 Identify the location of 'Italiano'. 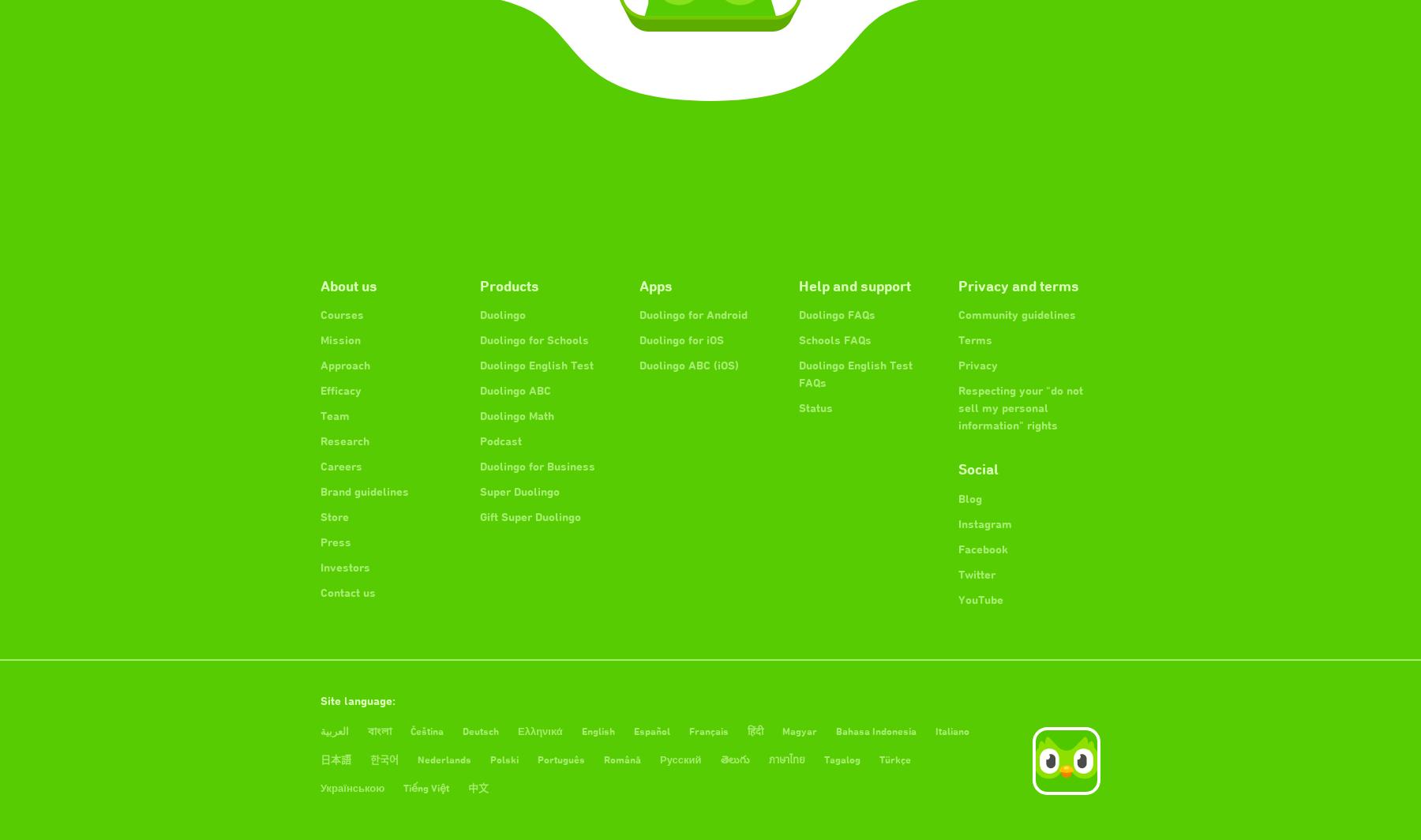
(950, 731).